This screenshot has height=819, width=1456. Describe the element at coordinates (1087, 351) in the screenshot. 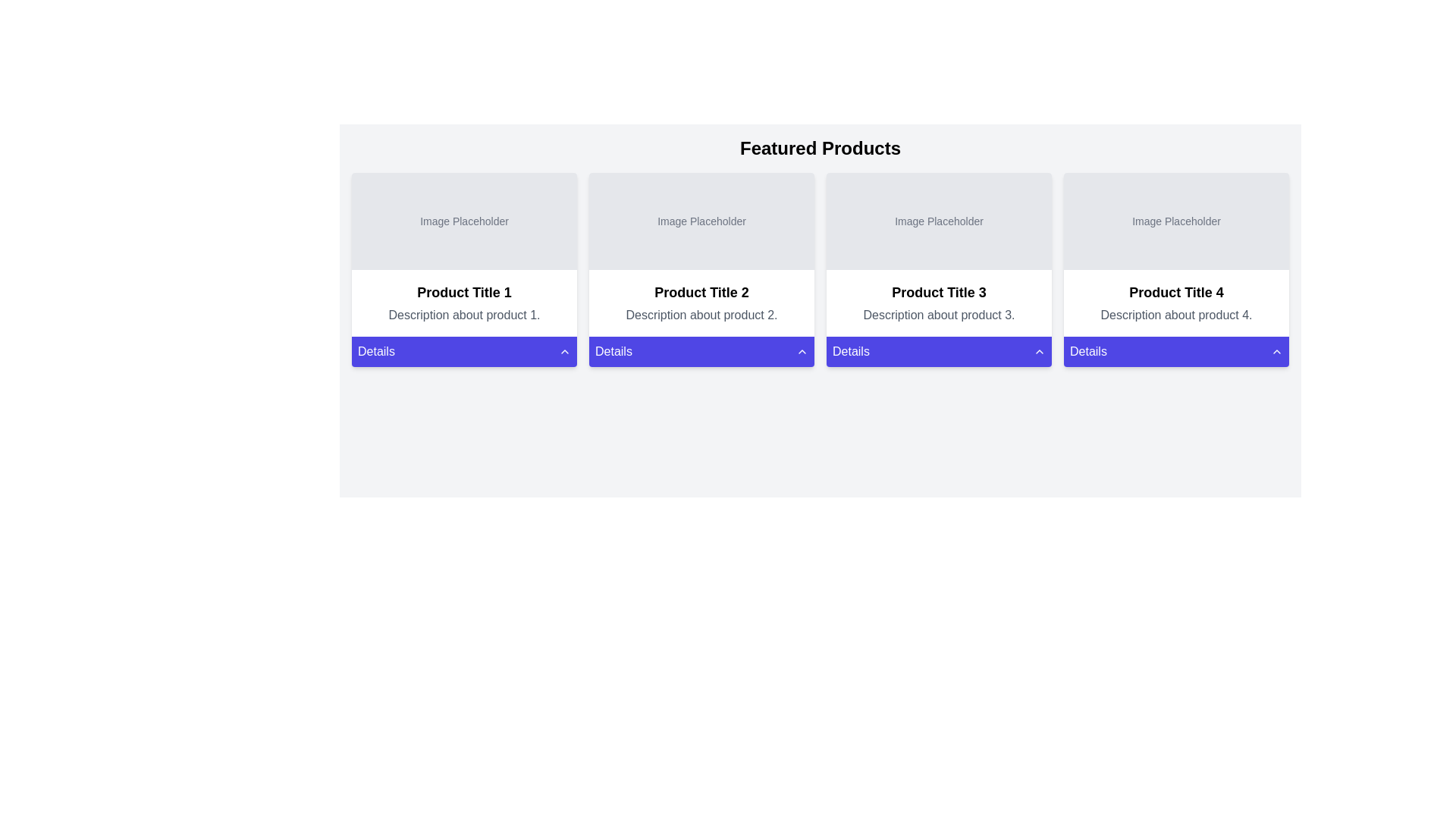

I see `the 'Details' text label, which is styled in white text on a blue background, located at the bottom of the fourth card in a horizontal layout` at that location.